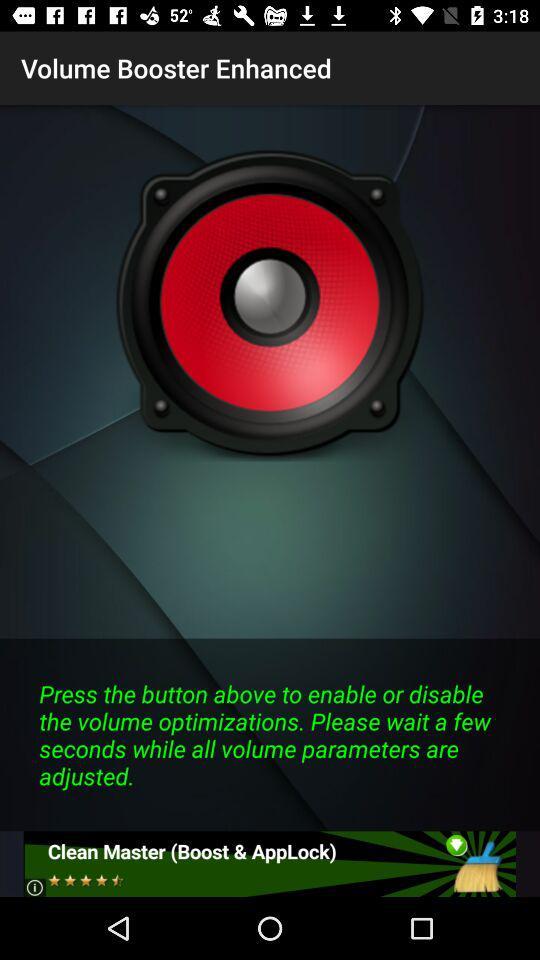  What do you see at coordinates (269, 863) in the screenshot?
I see `open the specific page` at bounding box center [269, 863].